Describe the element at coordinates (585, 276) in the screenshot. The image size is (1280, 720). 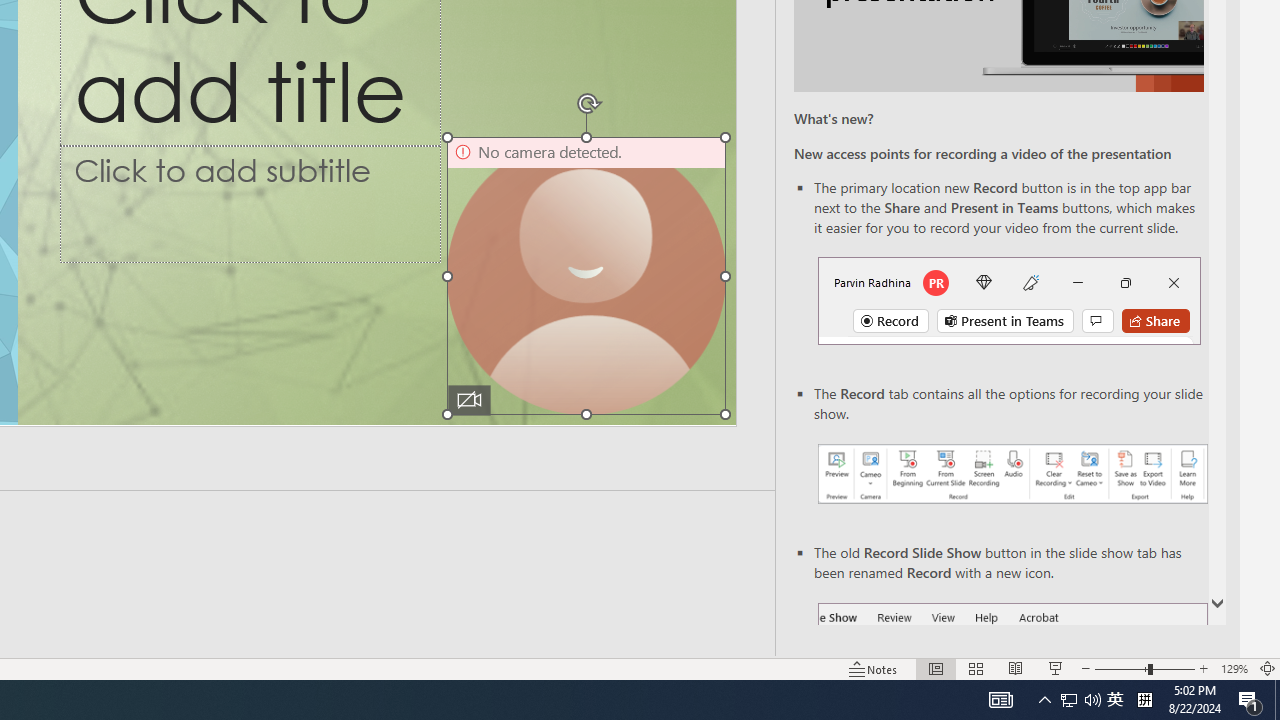
I see `'Camera 9, No camera detected.'` at that location.